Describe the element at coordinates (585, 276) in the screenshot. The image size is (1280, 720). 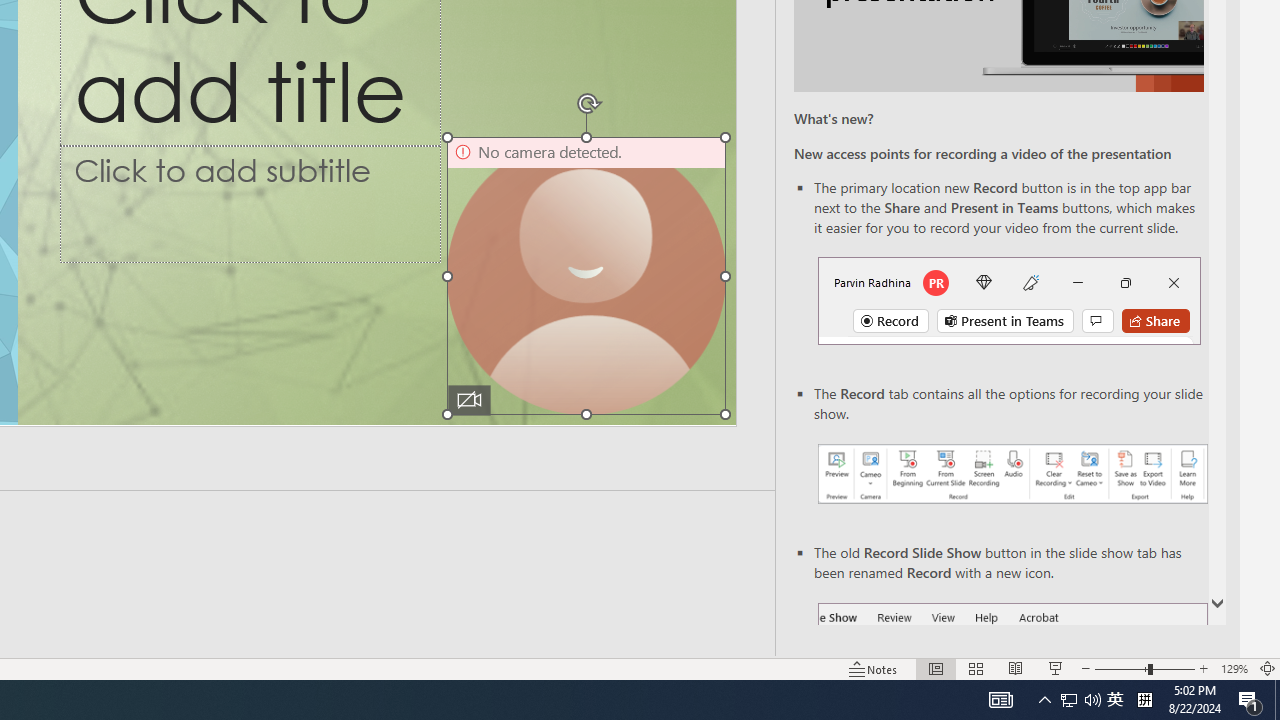
I see `'Camera 9, No camera detected.'` at that location.